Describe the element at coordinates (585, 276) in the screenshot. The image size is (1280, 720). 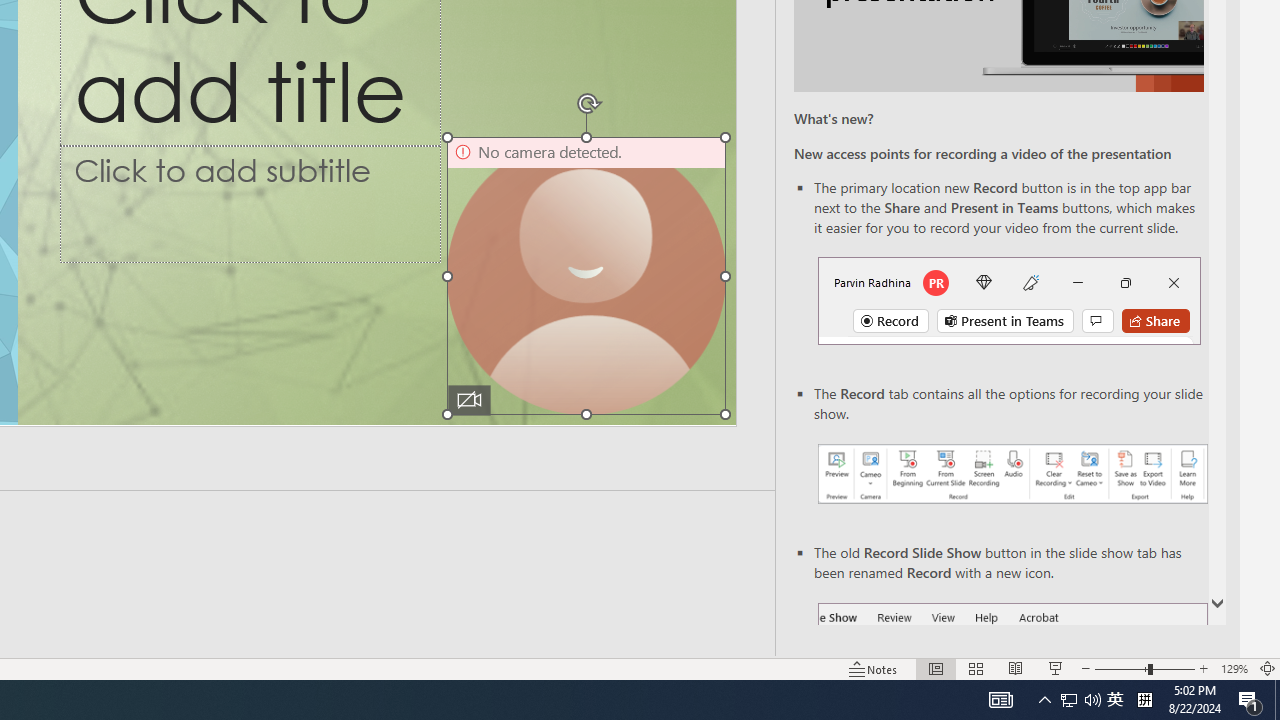
I see `'Camera 9, No camera detected.'` at that location.